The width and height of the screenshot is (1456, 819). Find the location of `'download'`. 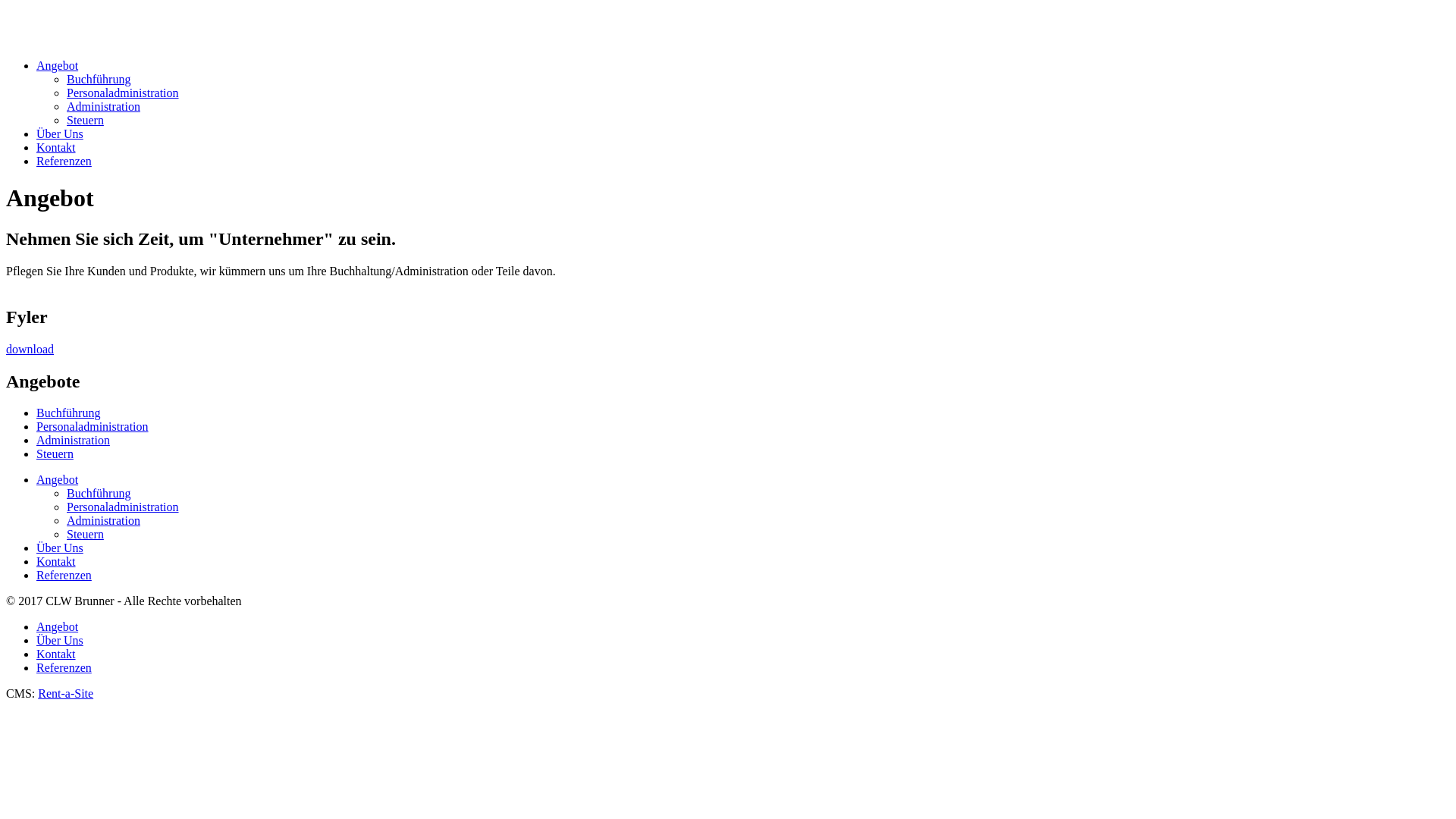

'download' is located at coordinates (30, 349).